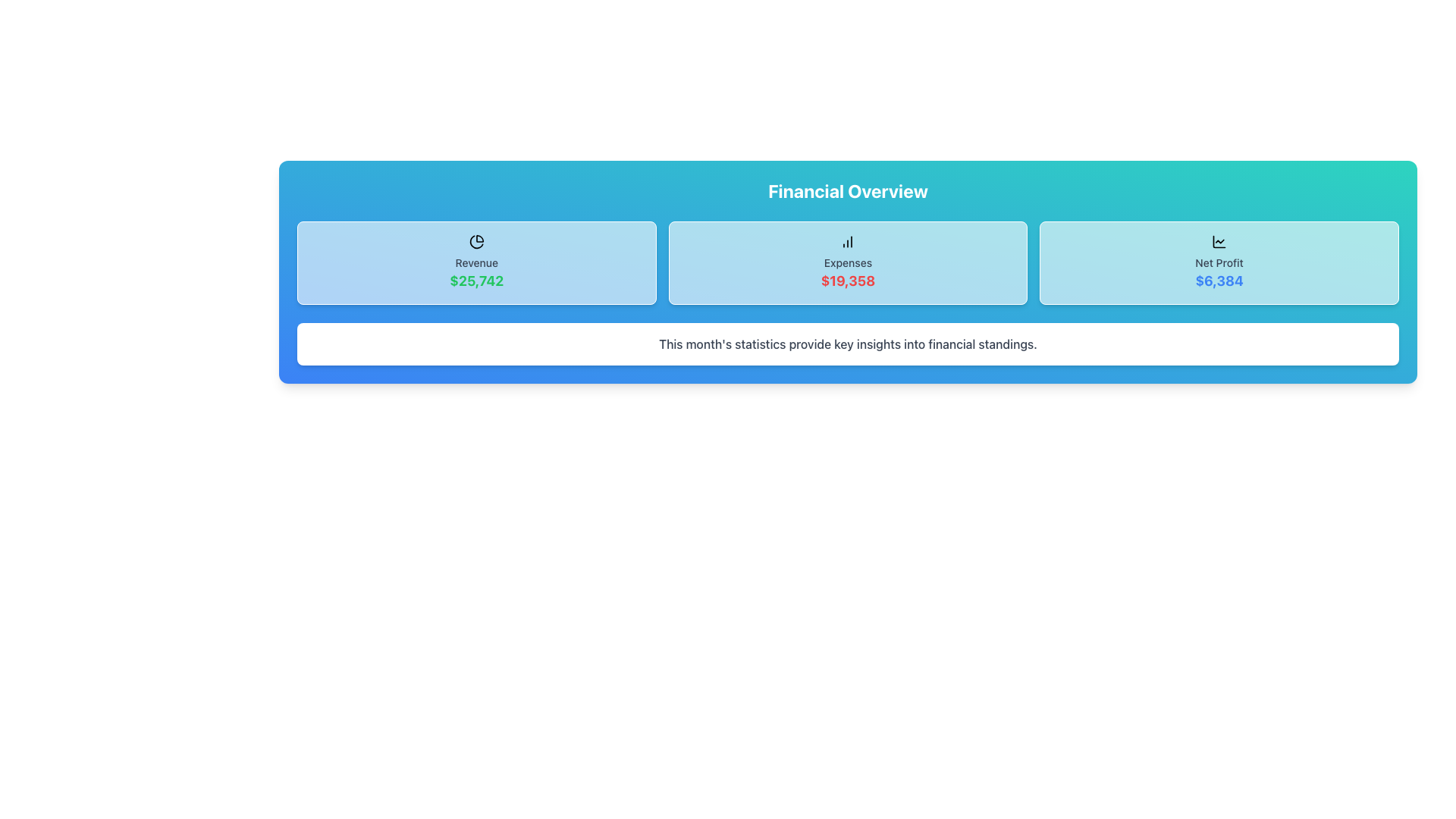 The image size is (1456, 819). I want to click on the displayed net profit value on the summary card UI component located in the financial dashboard, which is the third card in a row of three summary widgets, so click(1219, 262).